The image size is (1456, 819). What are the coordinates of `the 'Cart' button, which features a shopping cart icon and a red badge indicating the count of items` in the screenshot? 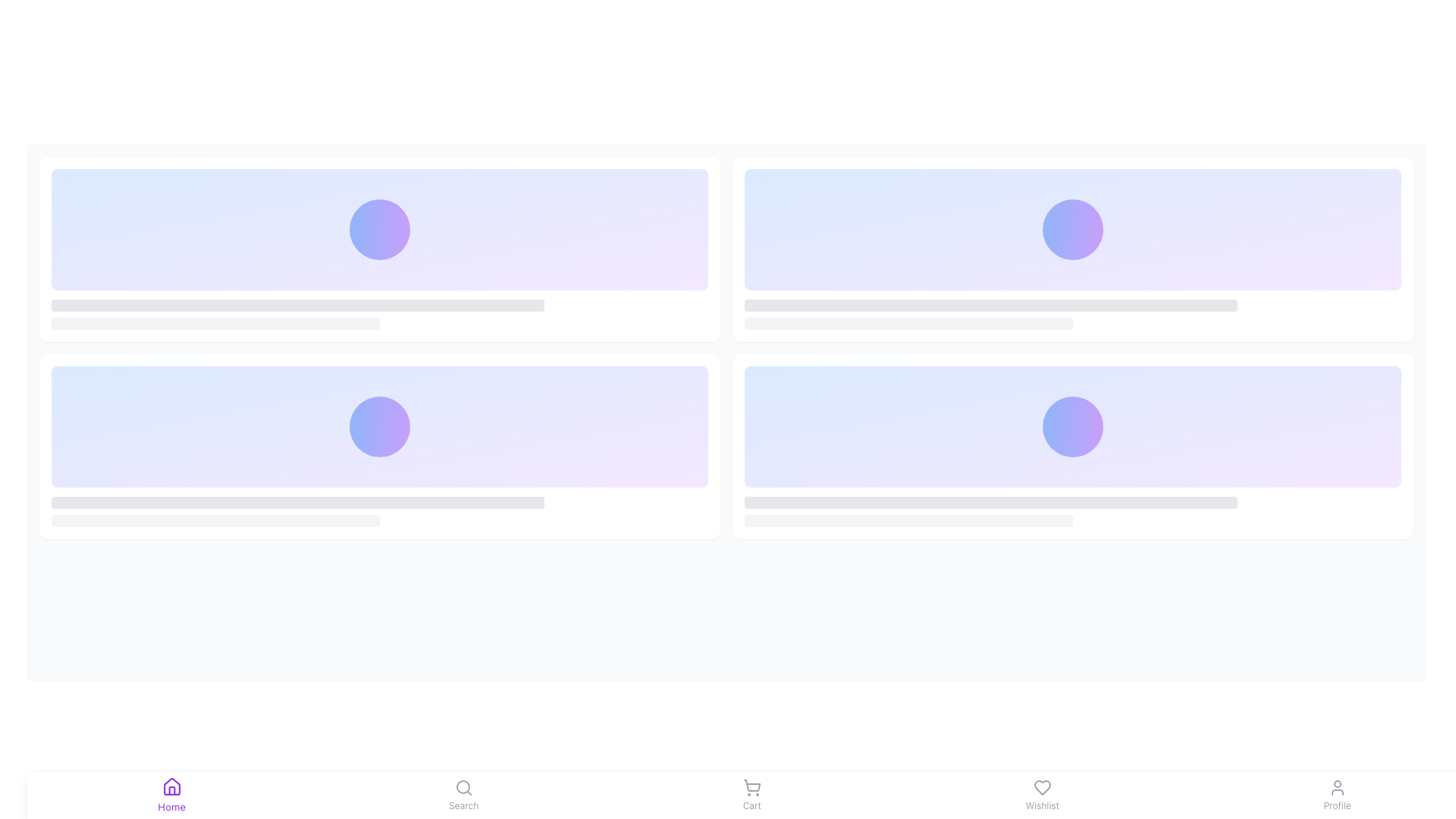 It's located at (752, 794).